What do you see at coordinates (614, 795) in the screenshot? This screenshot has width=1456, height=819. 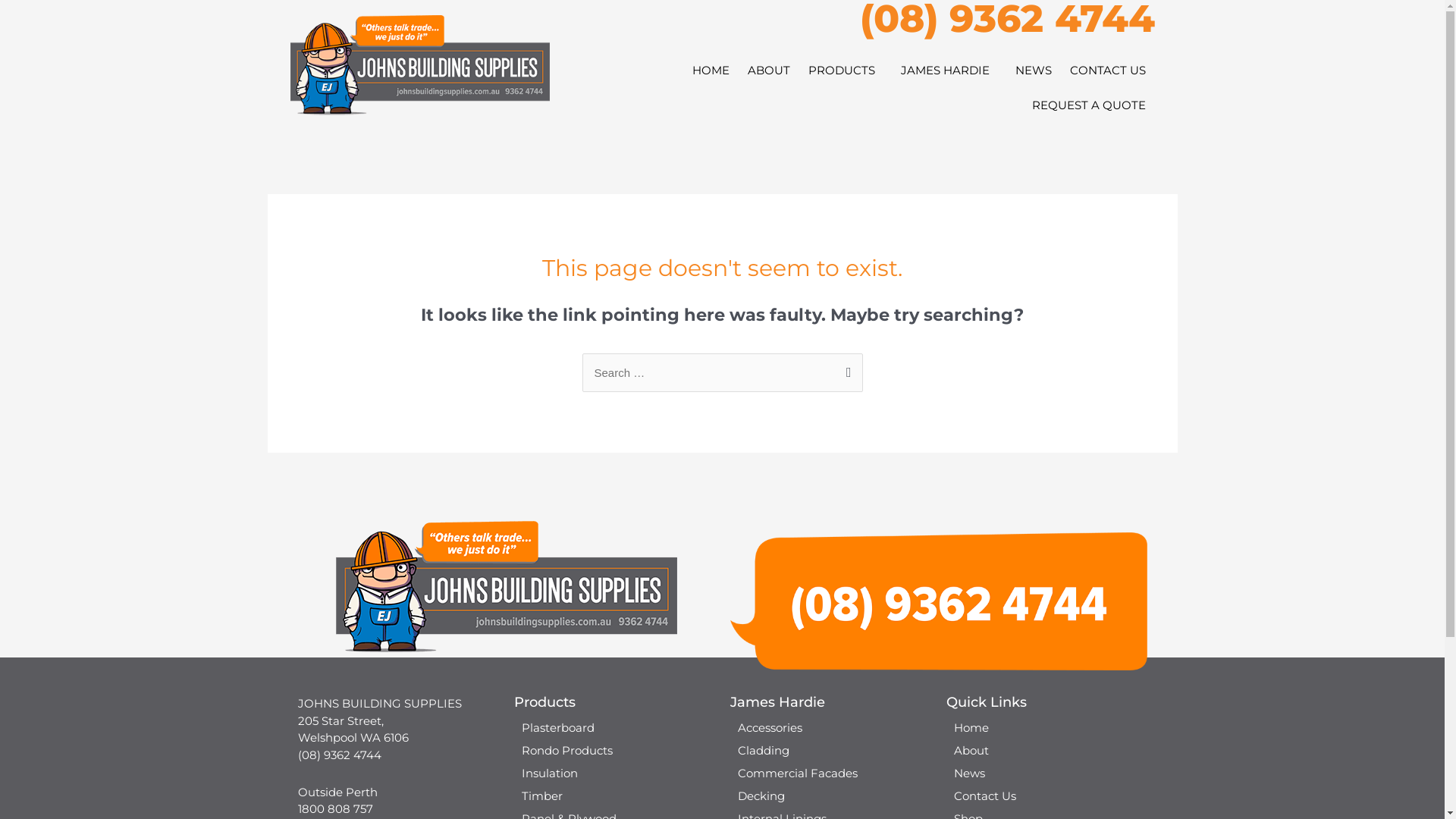 I see `'Timber'` at bounding box center [614, 795].